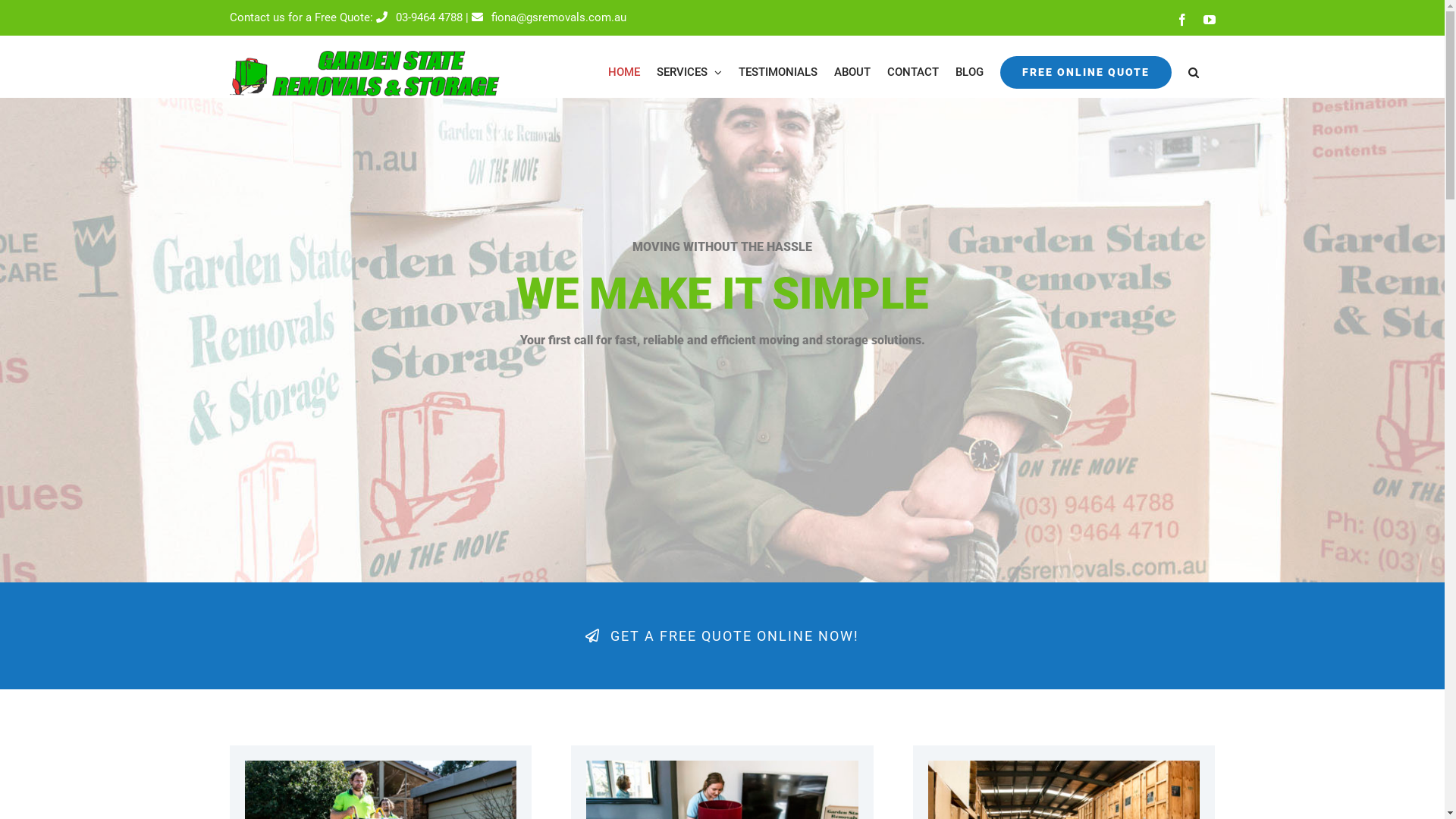 The width and height of the screenshot is (1456, 819). I want to click on '03-9464 4788', so click(419, 17).